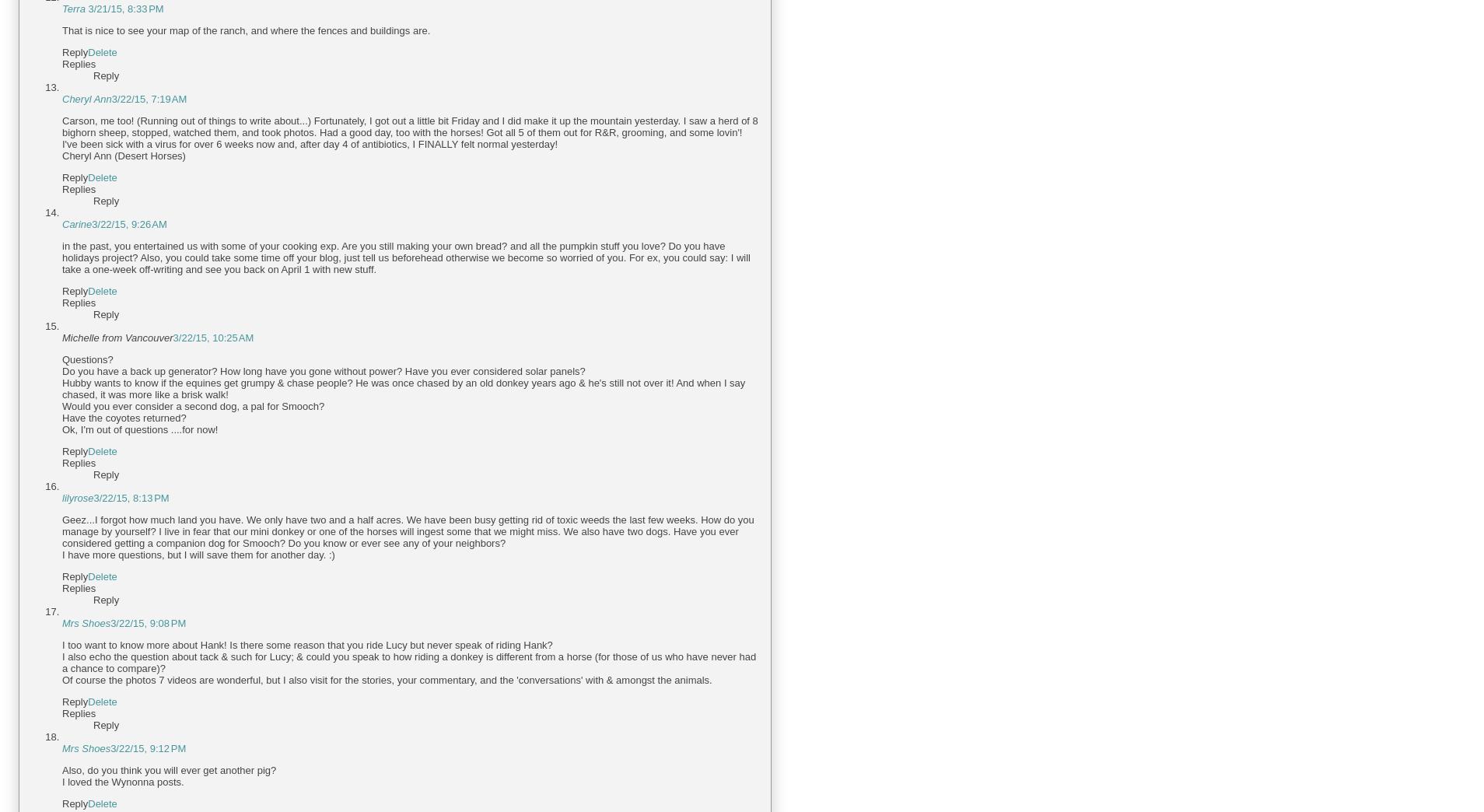 Image resolution: width=1484 pixels, height=812 pixels. Describe the element at coordinates (121, 782) in the screenshot. I see `'I loved the Wynonna posts.'` at that location.